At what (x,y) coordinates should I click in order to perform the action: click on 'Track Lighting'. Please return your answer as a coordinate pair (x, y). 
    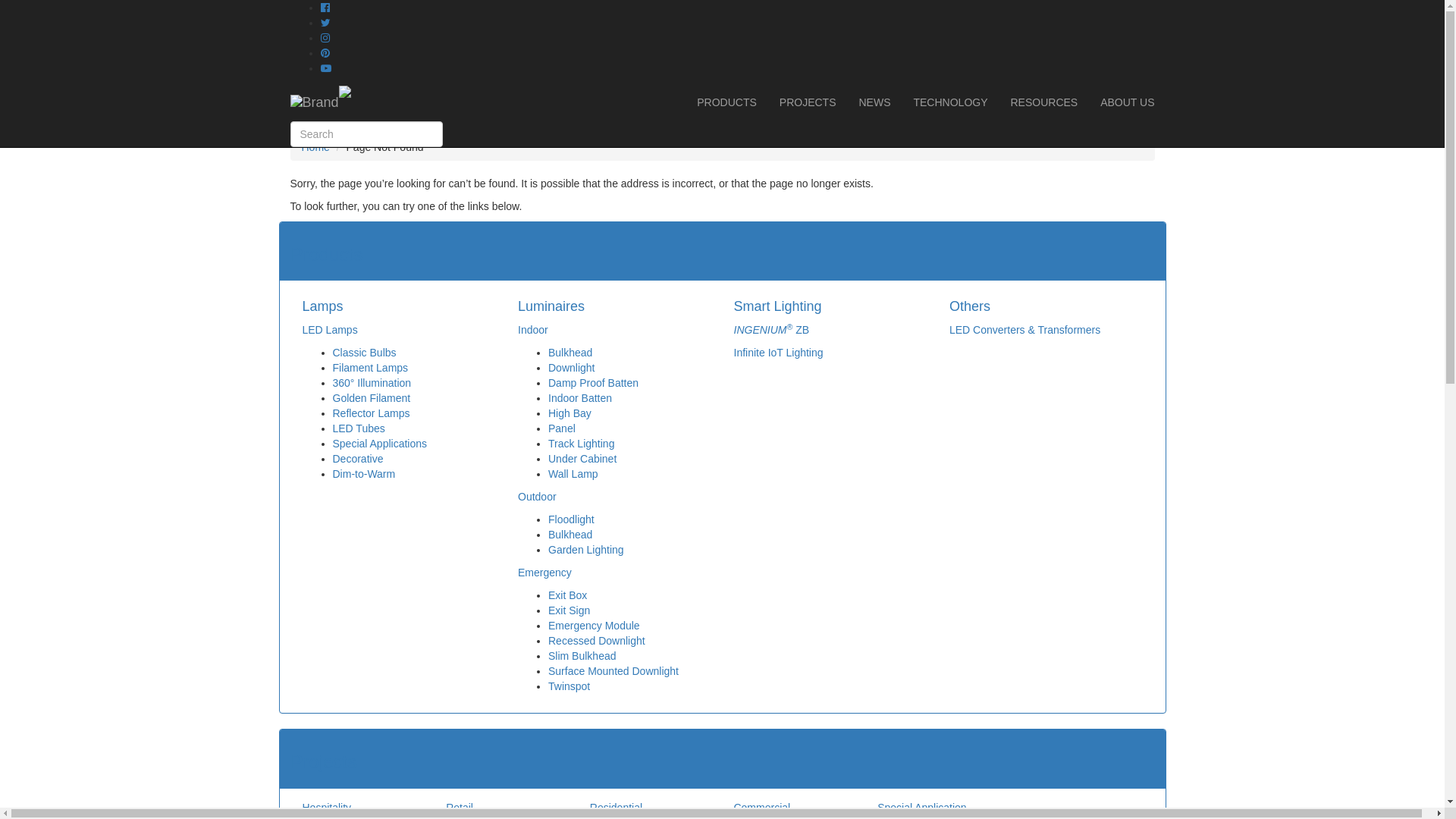
    Looking at the image, I should click on (580, 444).